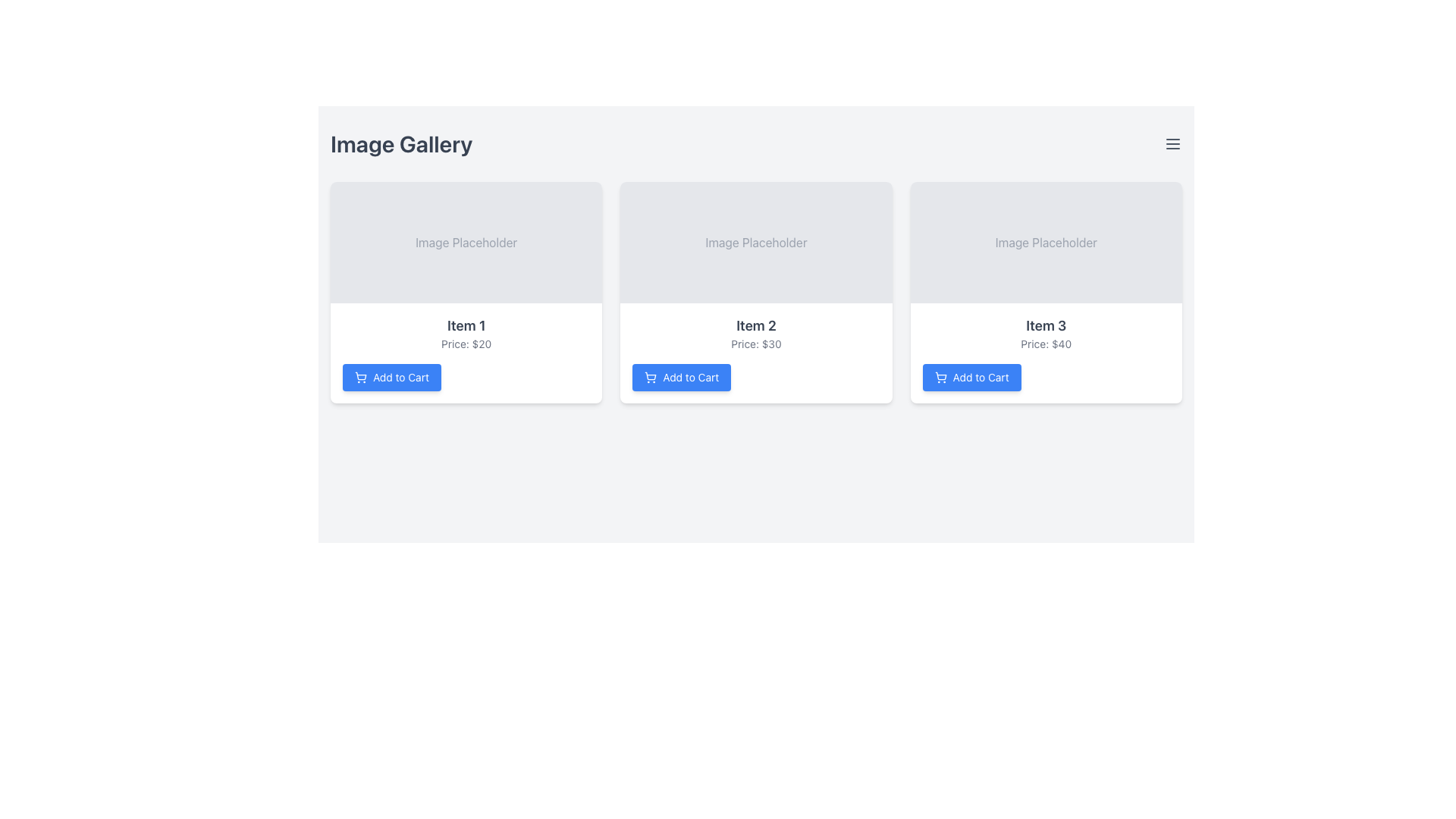  I want to click on the shopping cart icon located inside the blue 'Add to Cart' button at the bottom-left of Item 1 card in the first column of the grid layout, so click(359, 376).